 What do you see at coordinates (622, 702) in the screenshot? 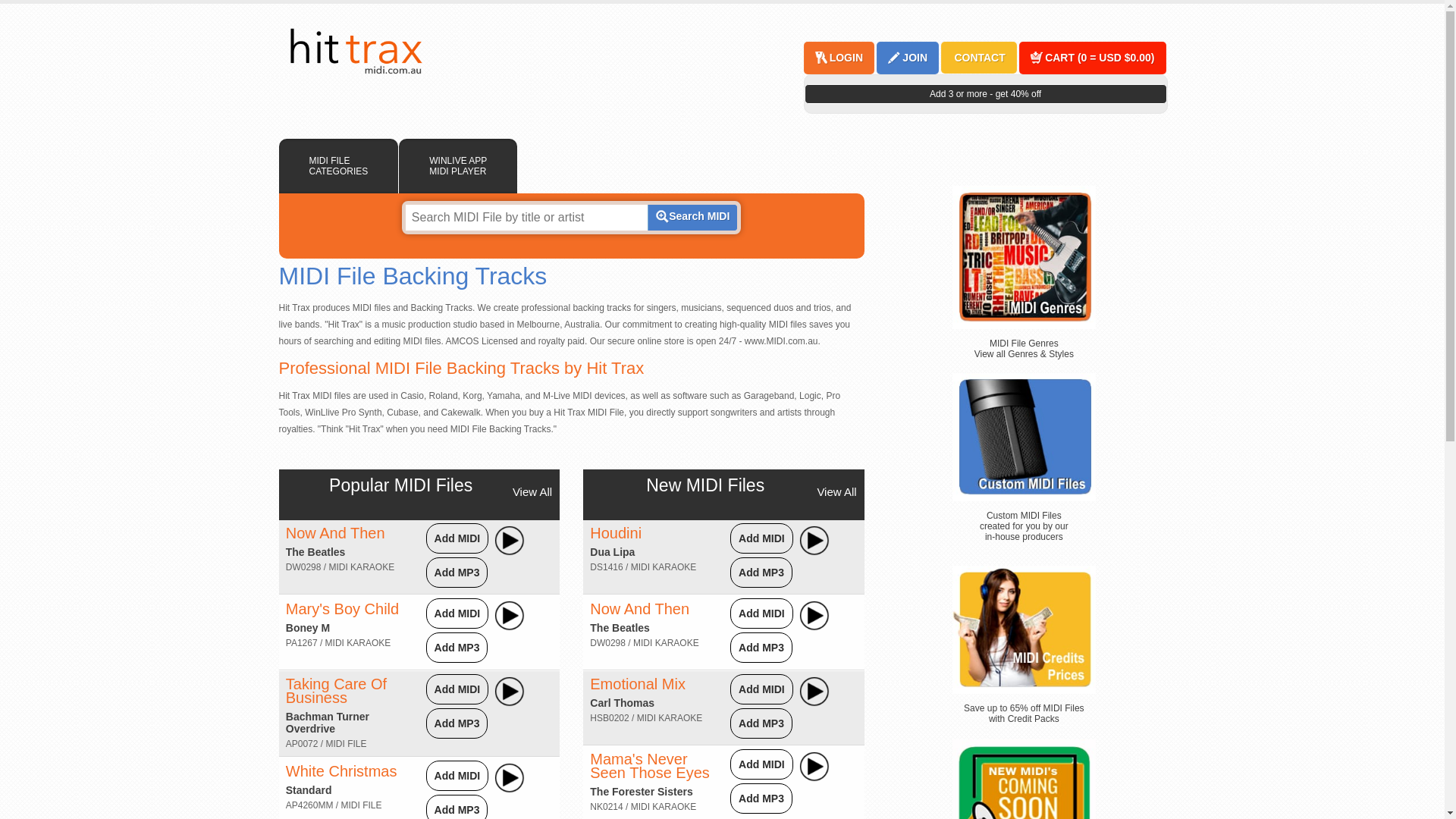
I see `'Carl Thomas'` at bounding box center [622, 702].